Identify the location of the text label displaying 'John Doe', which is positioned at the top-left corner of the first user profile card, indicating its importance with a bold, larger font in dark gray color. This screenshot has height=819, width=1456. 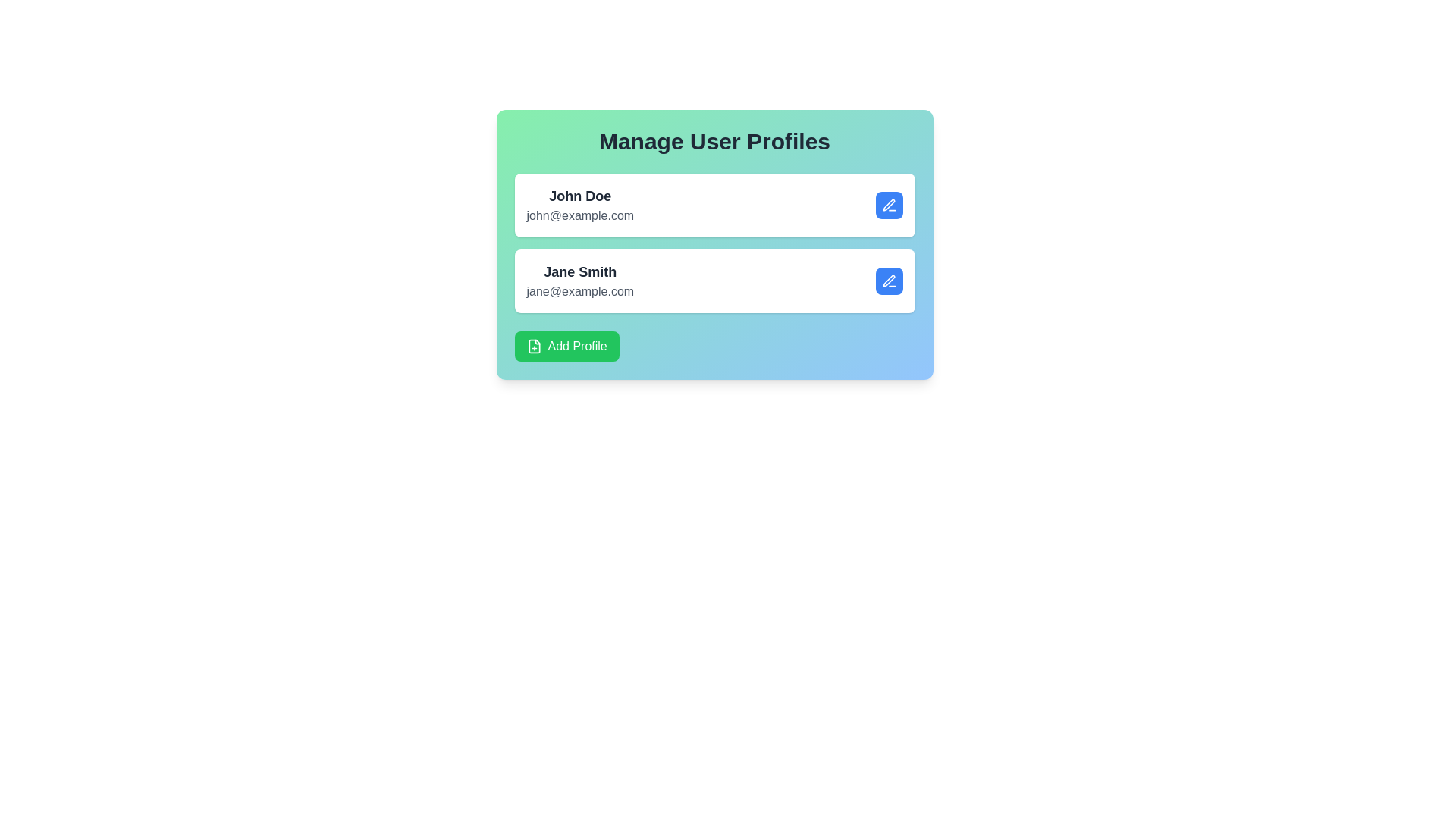
(579, 195).